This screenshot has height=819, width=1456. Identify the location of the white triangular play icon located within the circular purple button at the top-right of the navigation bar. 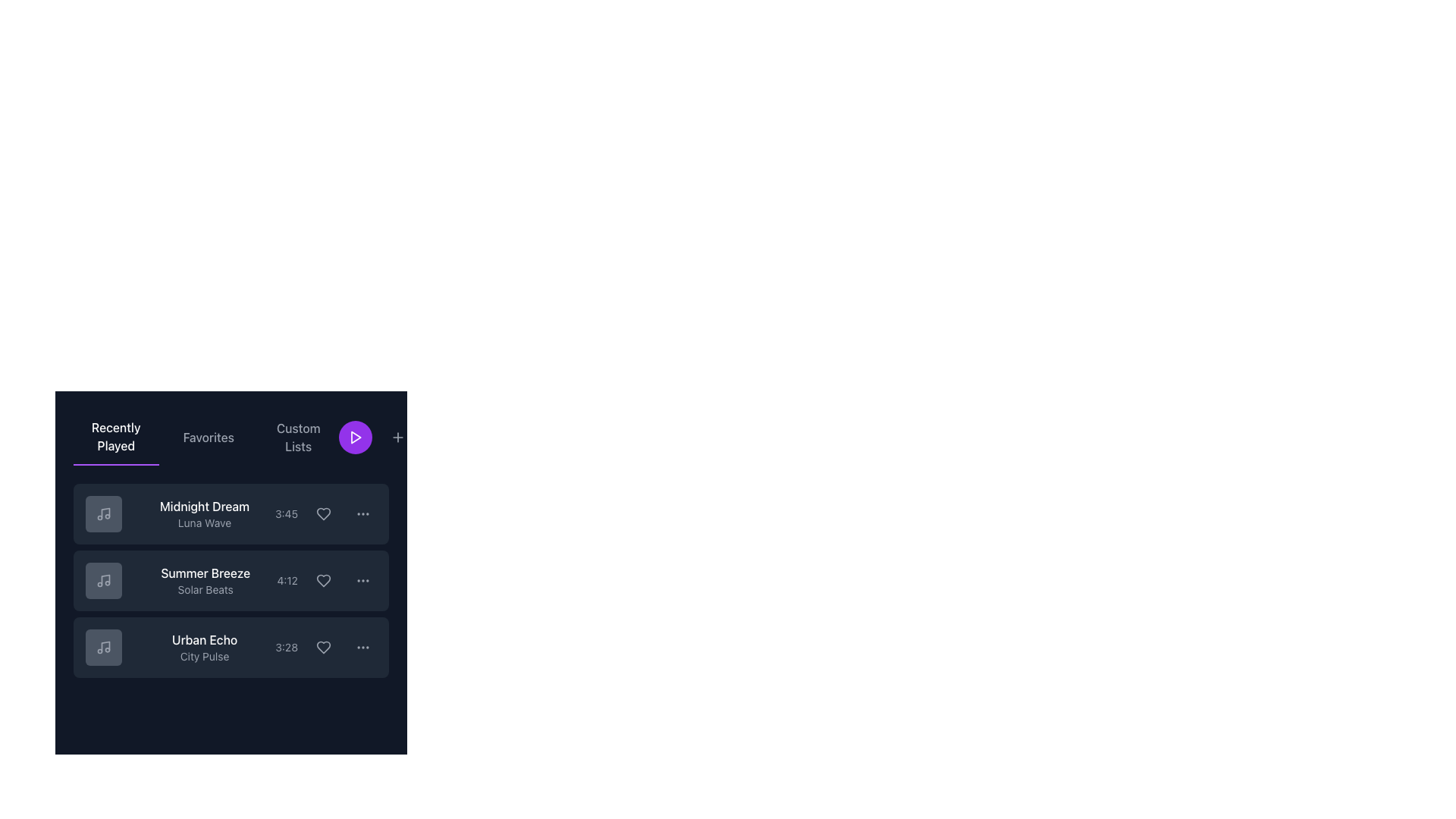
(354, 438).